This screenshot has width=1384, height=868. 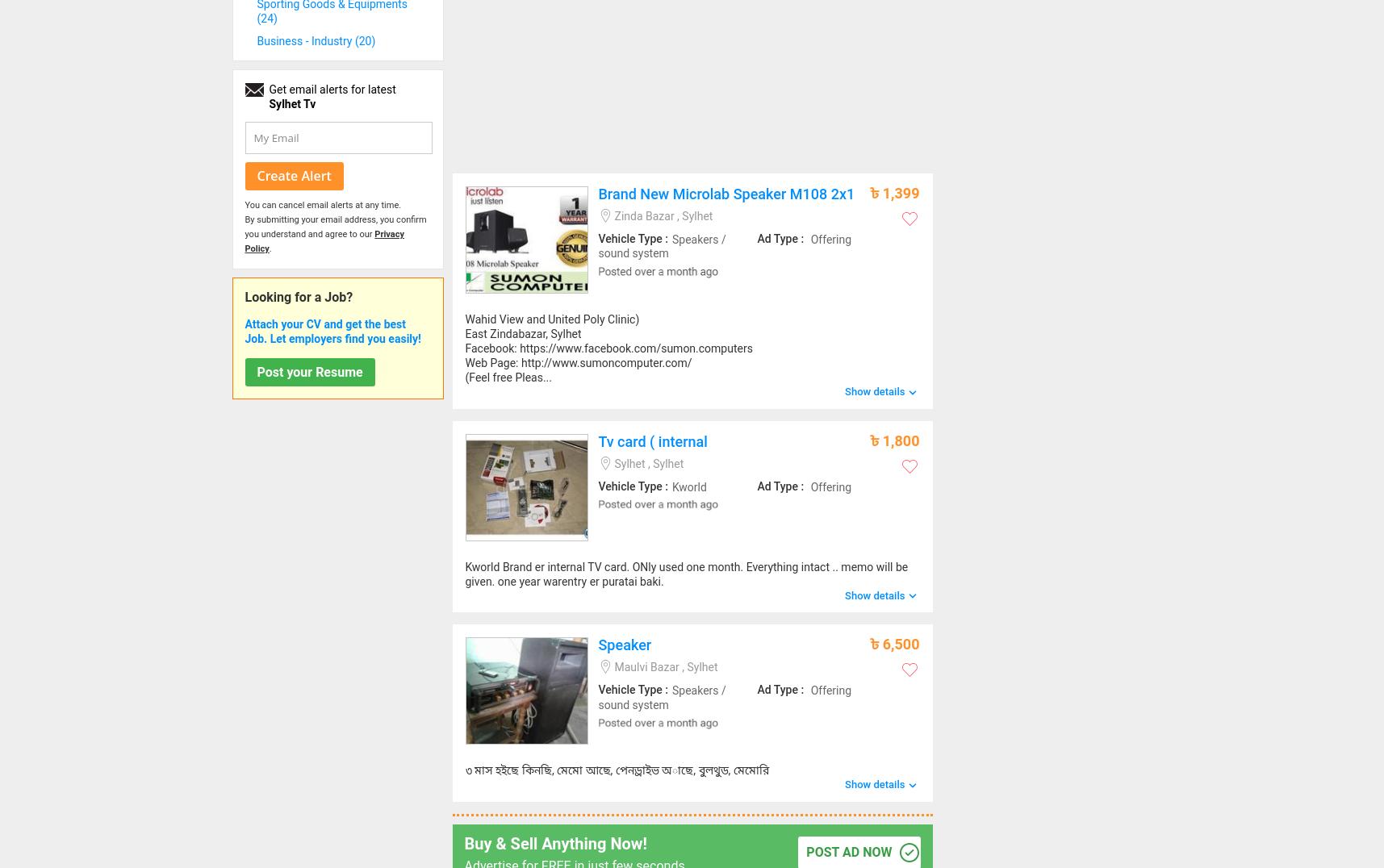 What do you see at coordinates (651, 440) in the screenshot?
I see `'Tv card ( internal'` at bounding box center [651, 440].